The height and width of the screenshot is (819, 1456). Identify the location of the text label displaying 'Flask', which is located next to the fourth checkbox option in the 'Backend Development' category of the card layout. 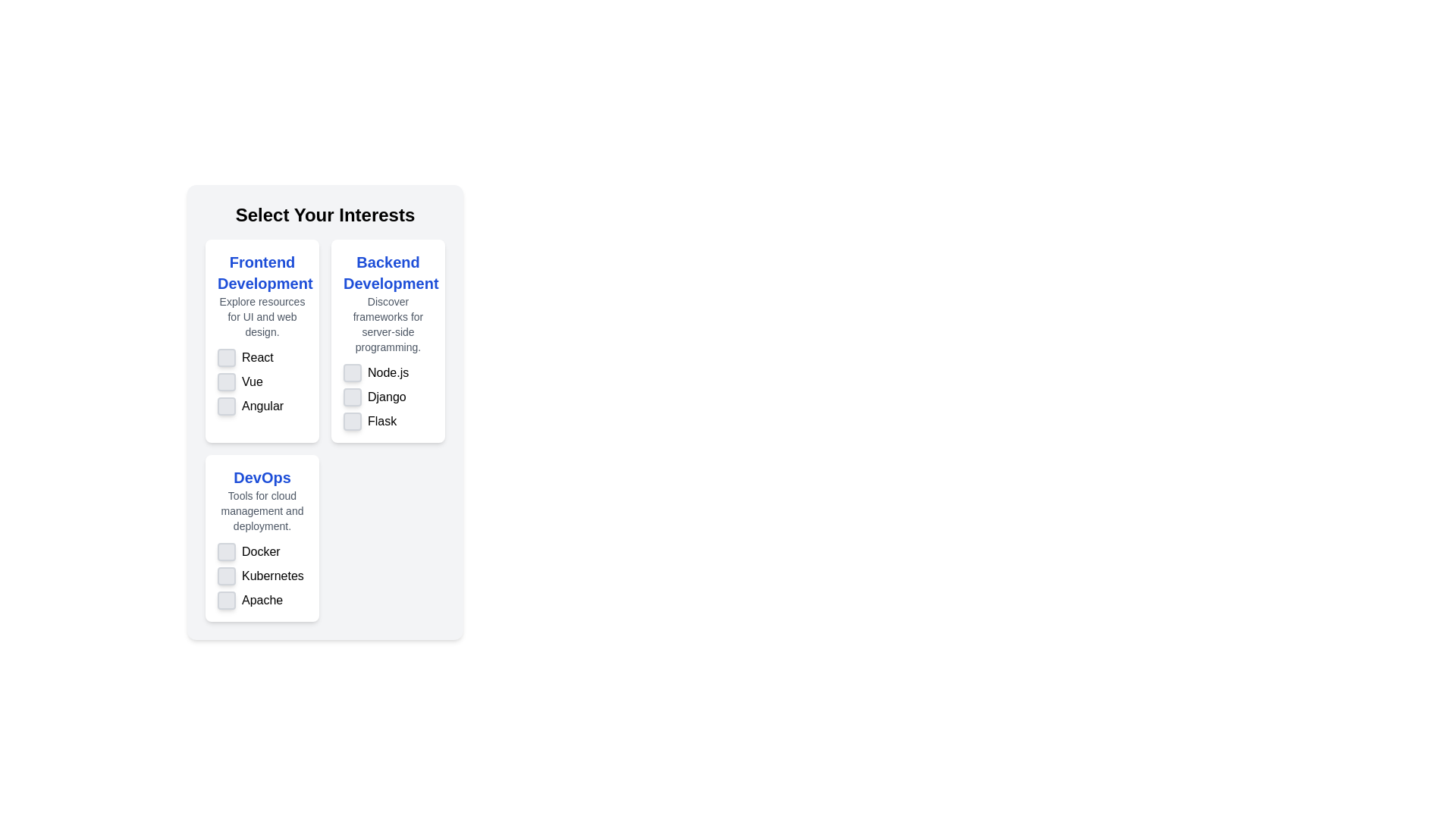
(382, 421).